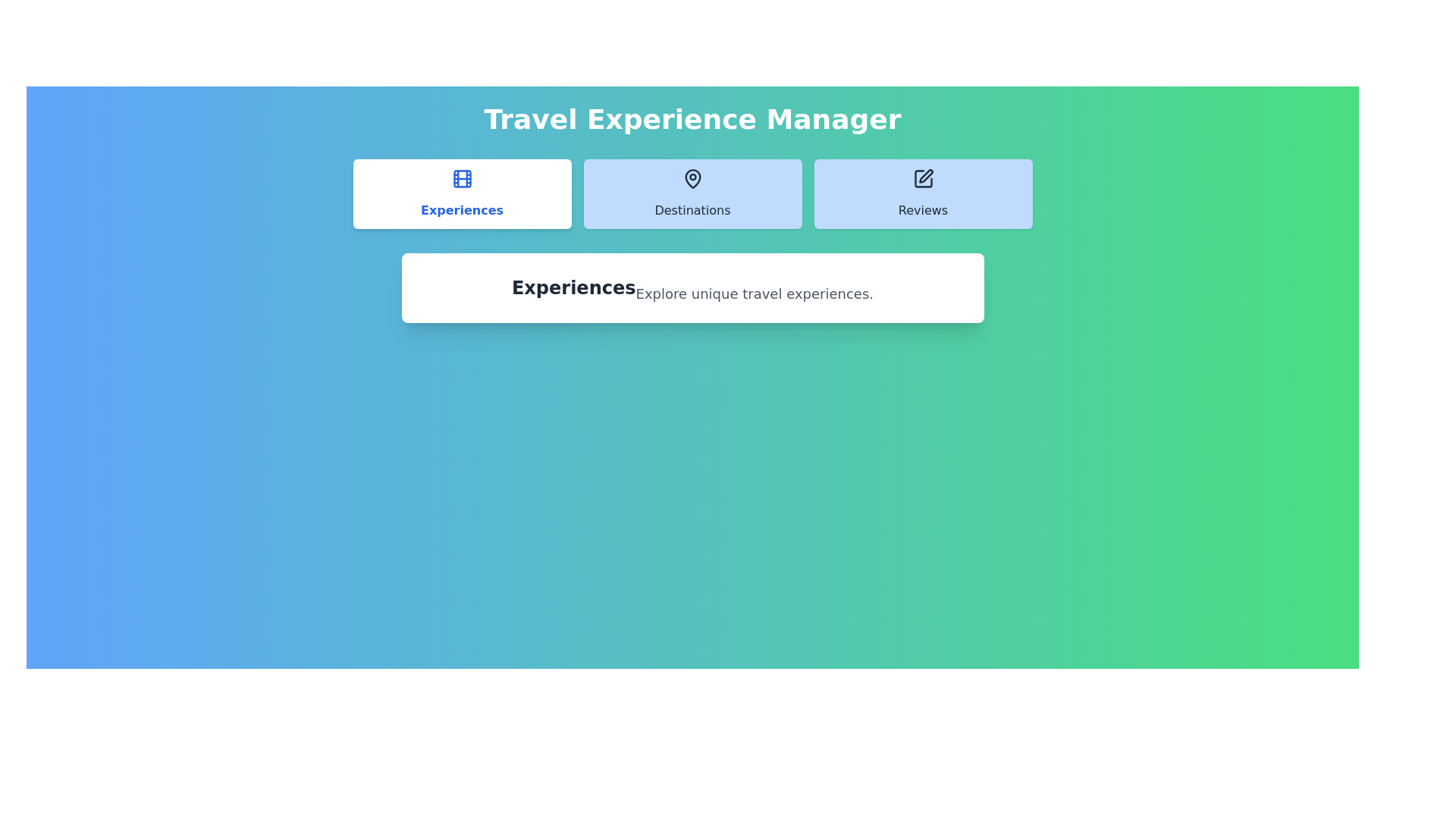 This screenshot has width=1456, height=819. What do you see at coordinates (922, 193) in the screenshot?
I see `the Reviews tab` at bounding box center [922, 193].